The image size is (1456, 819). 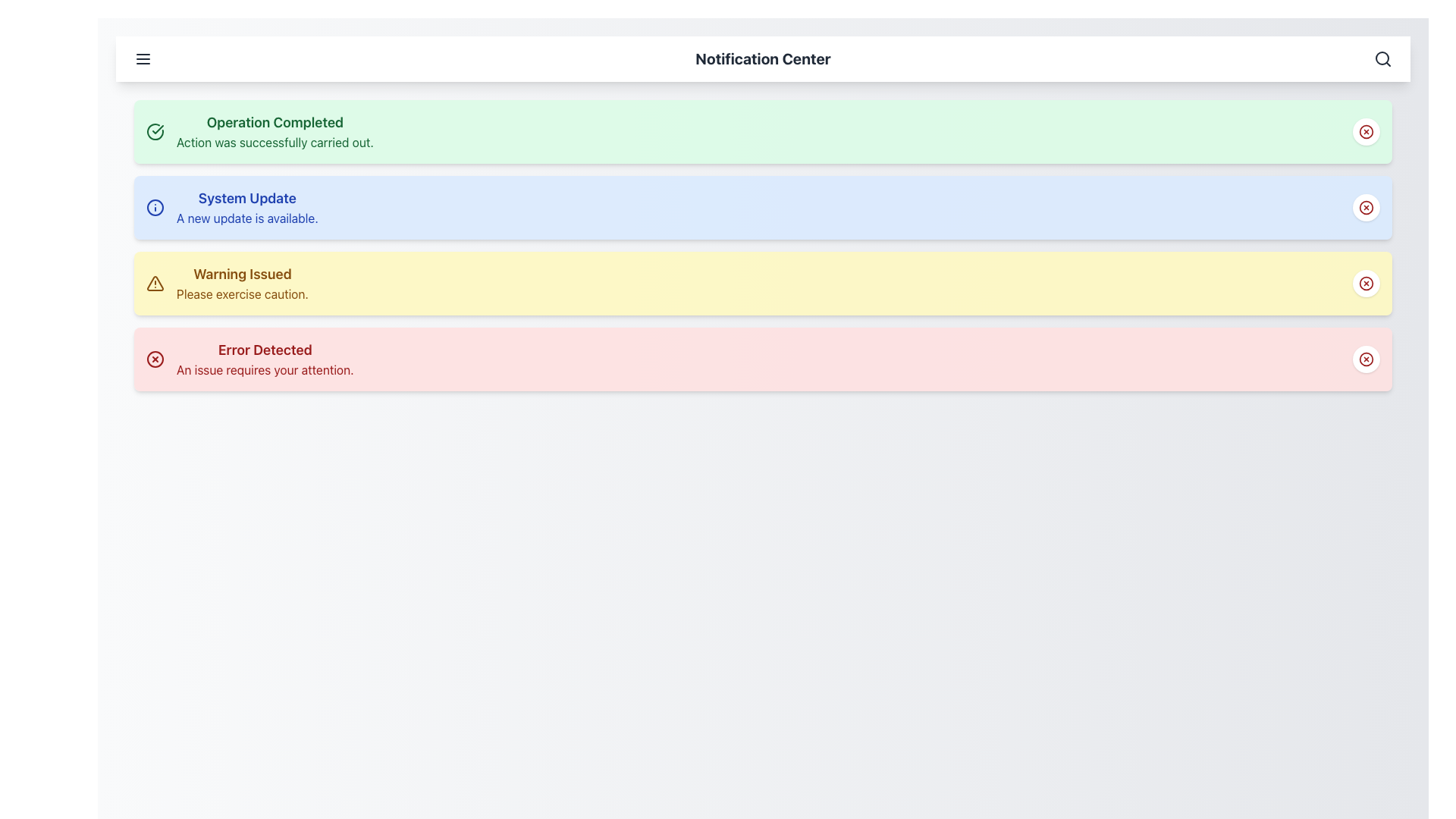 What do you see at coordinates (1383, 58) in the screenshot?
I see `the magnifying glass icon in the navigation bar to initiate a search` at bounding box center [1383, 58].